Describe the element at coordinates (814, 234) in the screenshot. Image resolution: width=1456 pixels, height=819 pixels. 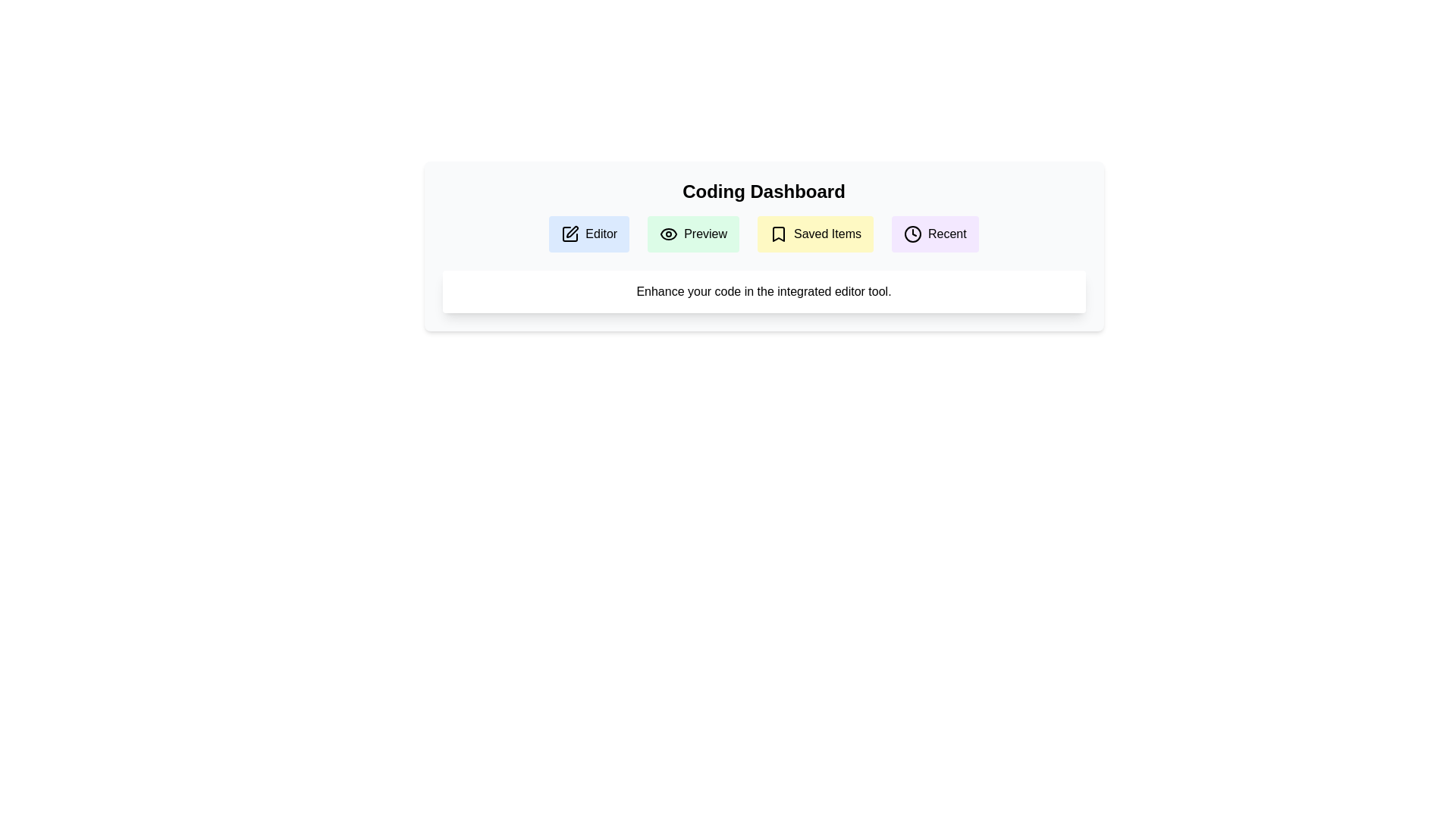
I see `the 'Saved Items' button, which is a rectangular button with a light yellow background and a bookmark icon` at that location.